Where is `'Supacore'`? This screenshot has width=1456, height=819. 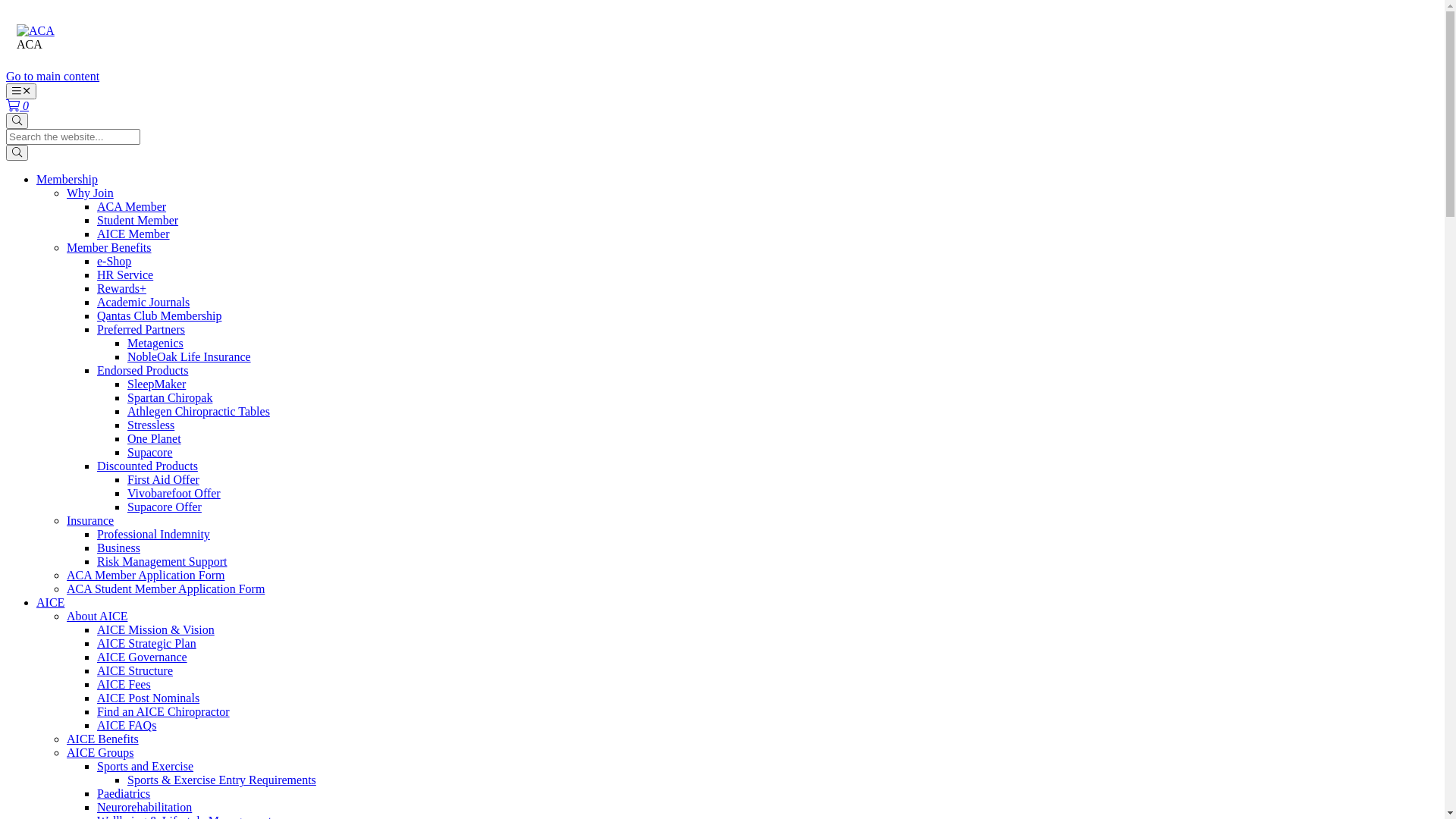
'Supacore' is located at coordinates (149, 451).